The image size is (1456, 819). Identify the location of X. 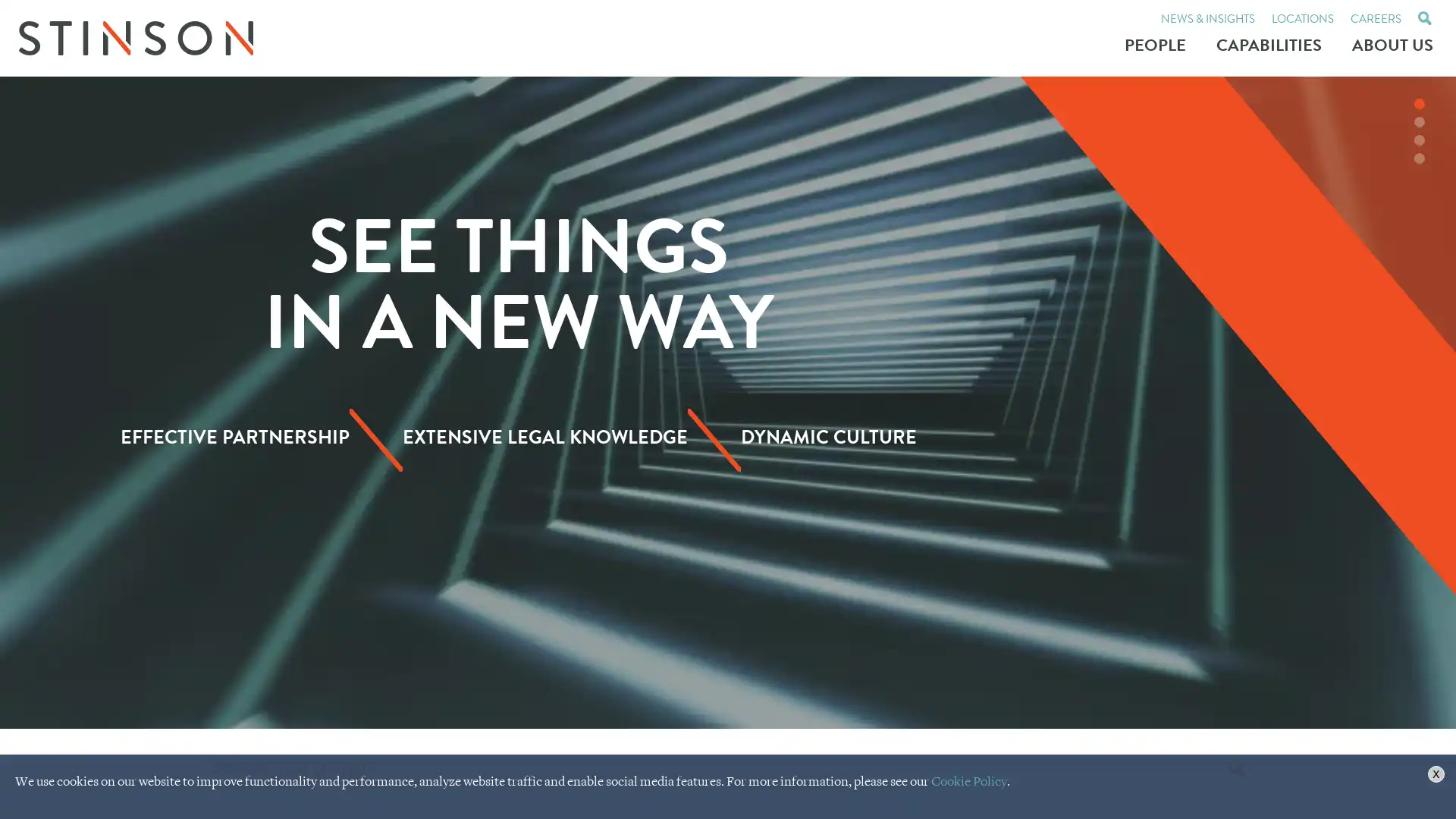
(1436, 773).